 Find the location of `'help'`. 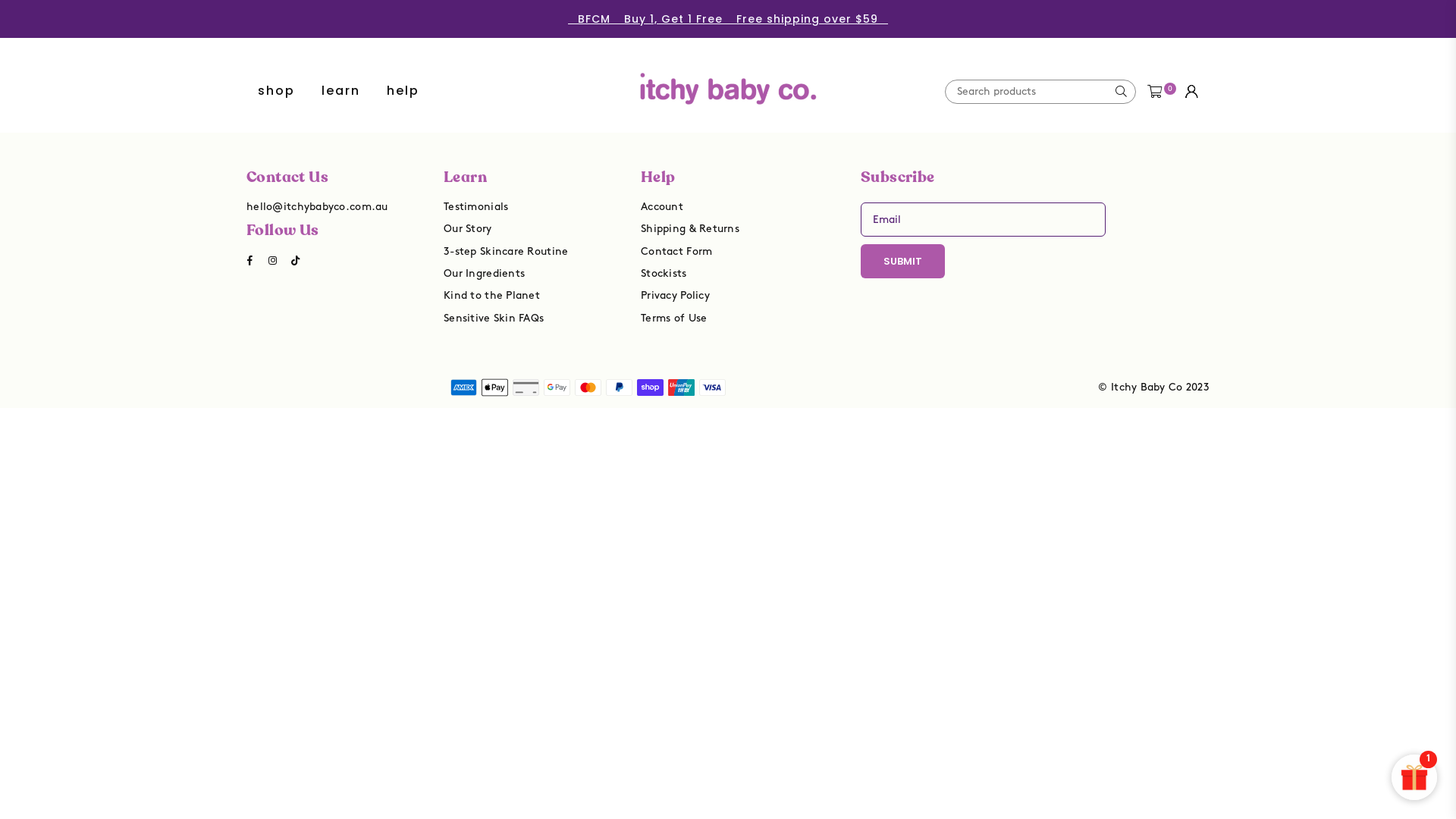

'help' is located at coordinates (403, 91).